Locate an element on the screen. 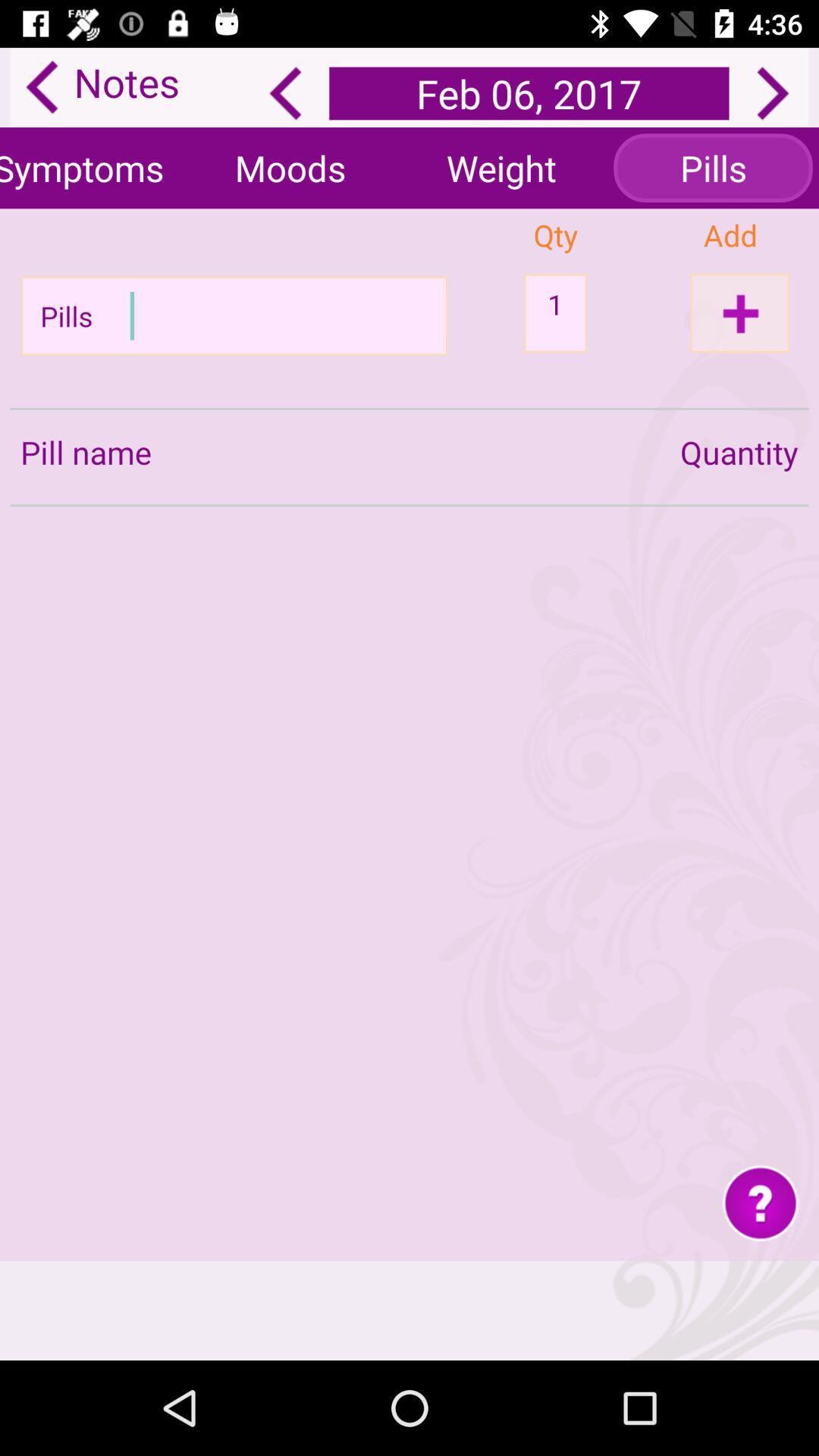  open information is located at coordinates (761, 1201).